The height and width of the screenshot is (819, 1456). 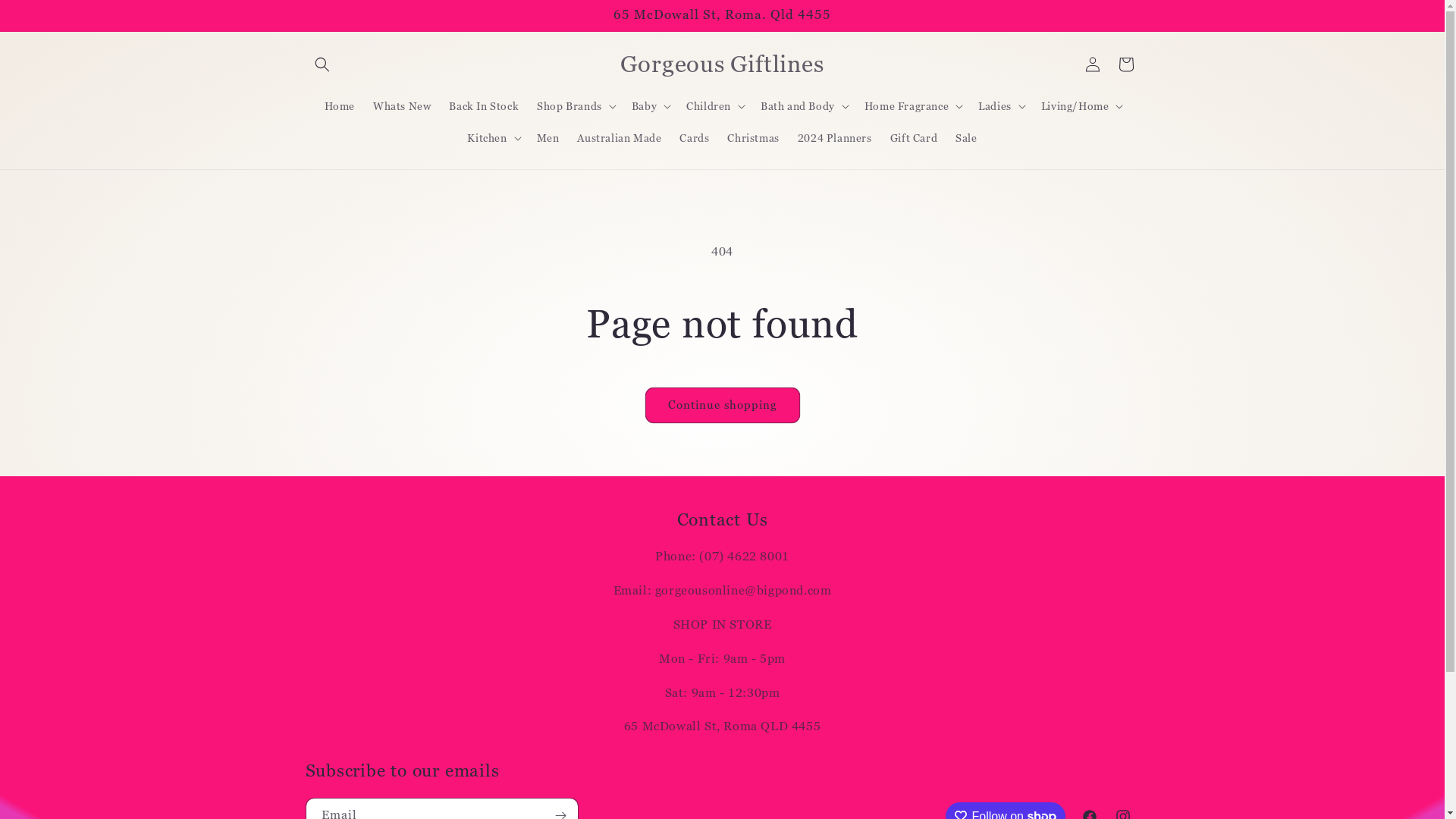 What do you see at coordinates (720, 404) in the screenshot?
I see `'Continue shopping'` at bounding box center [720, 404].